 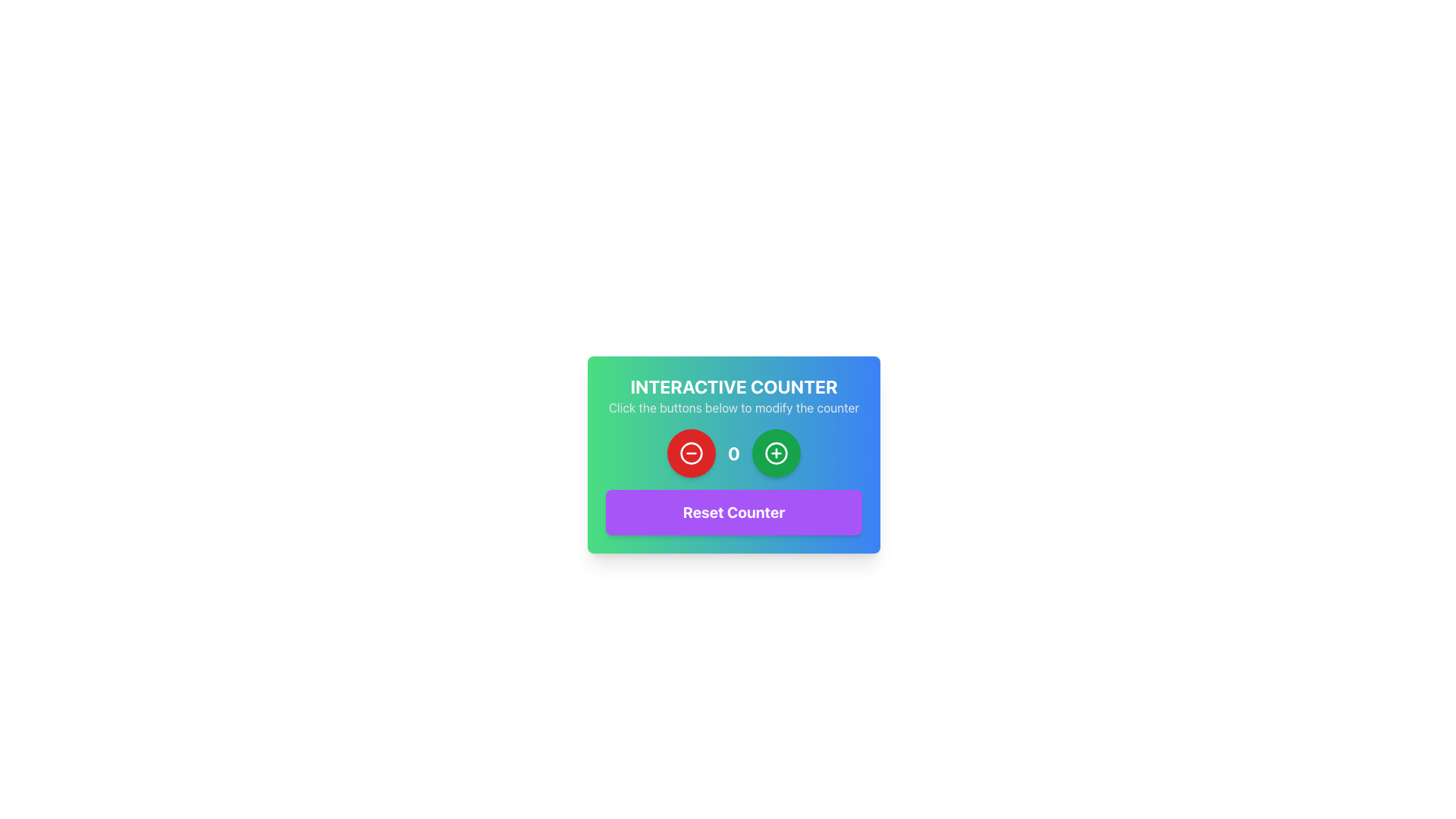 I want to click on displayed value of the numerical display, which shows '0' in a large bold white font, positioned centrally between two buttons in the interactive counter component, so click(x=734, y=452).